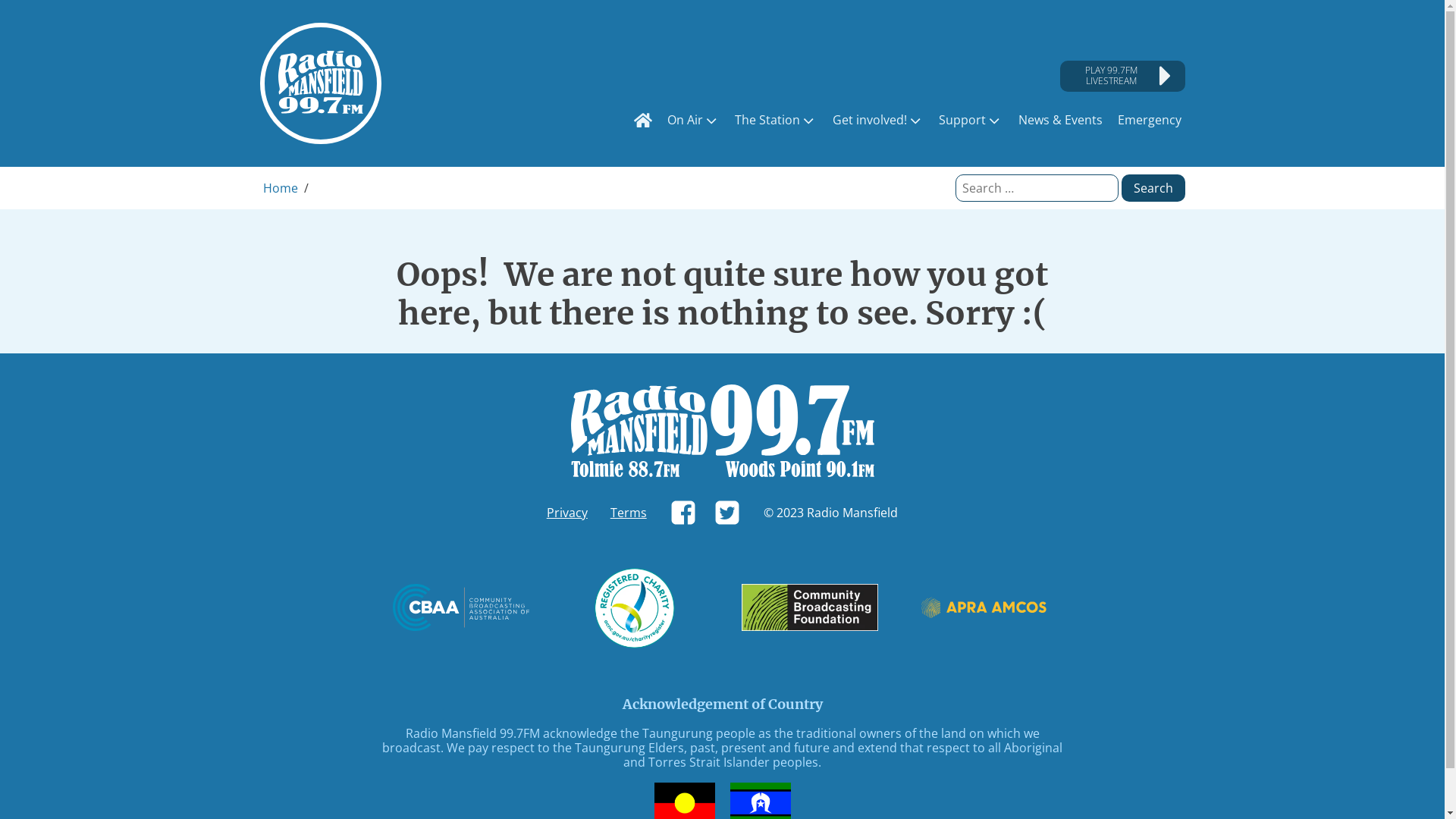 The image size is (1456, 819). I want to click on 'Terms', so click(629, 512).